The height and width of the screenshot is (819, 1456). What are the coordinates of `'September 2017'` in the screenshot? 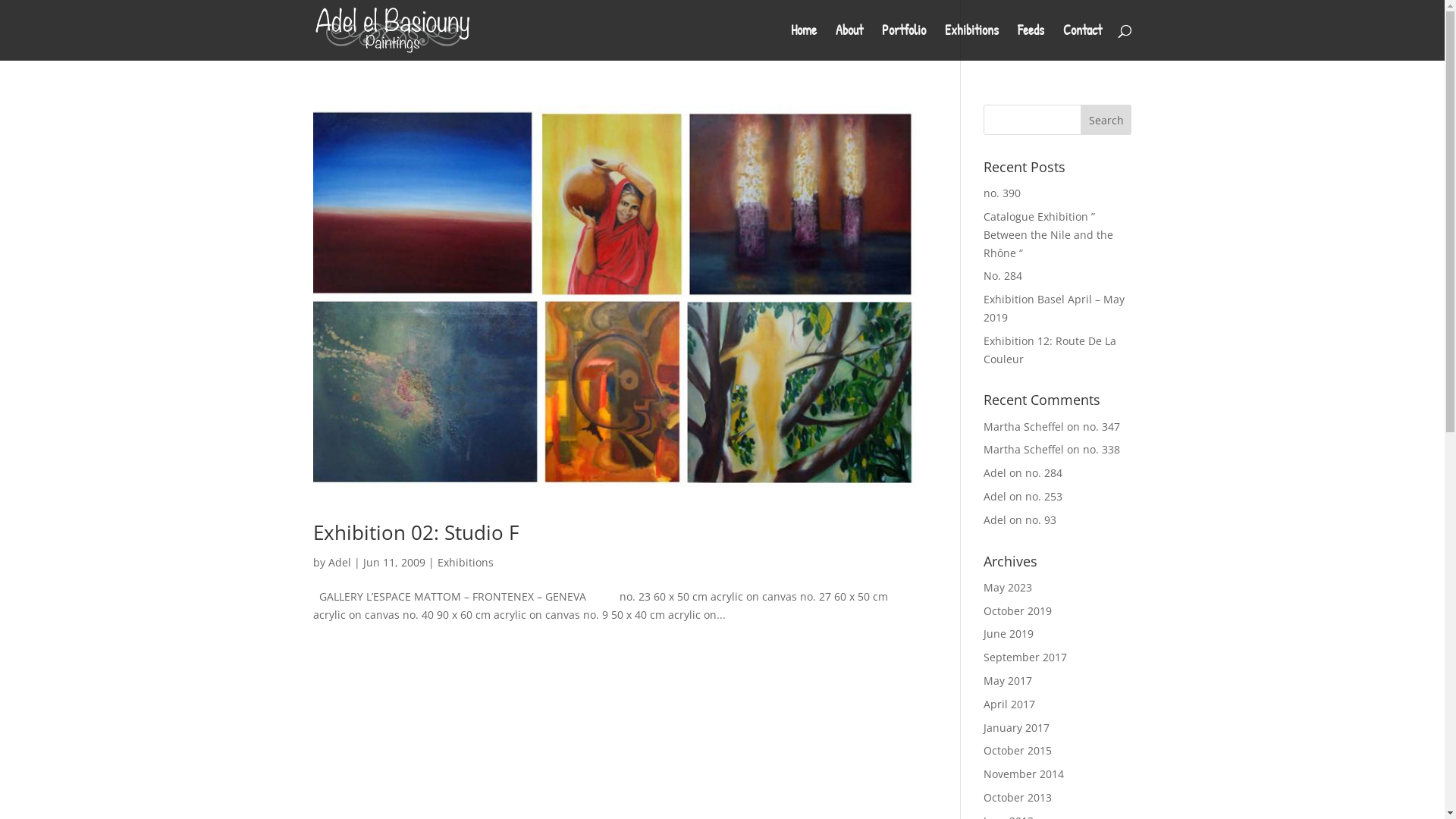 It's located at (1025, 656).